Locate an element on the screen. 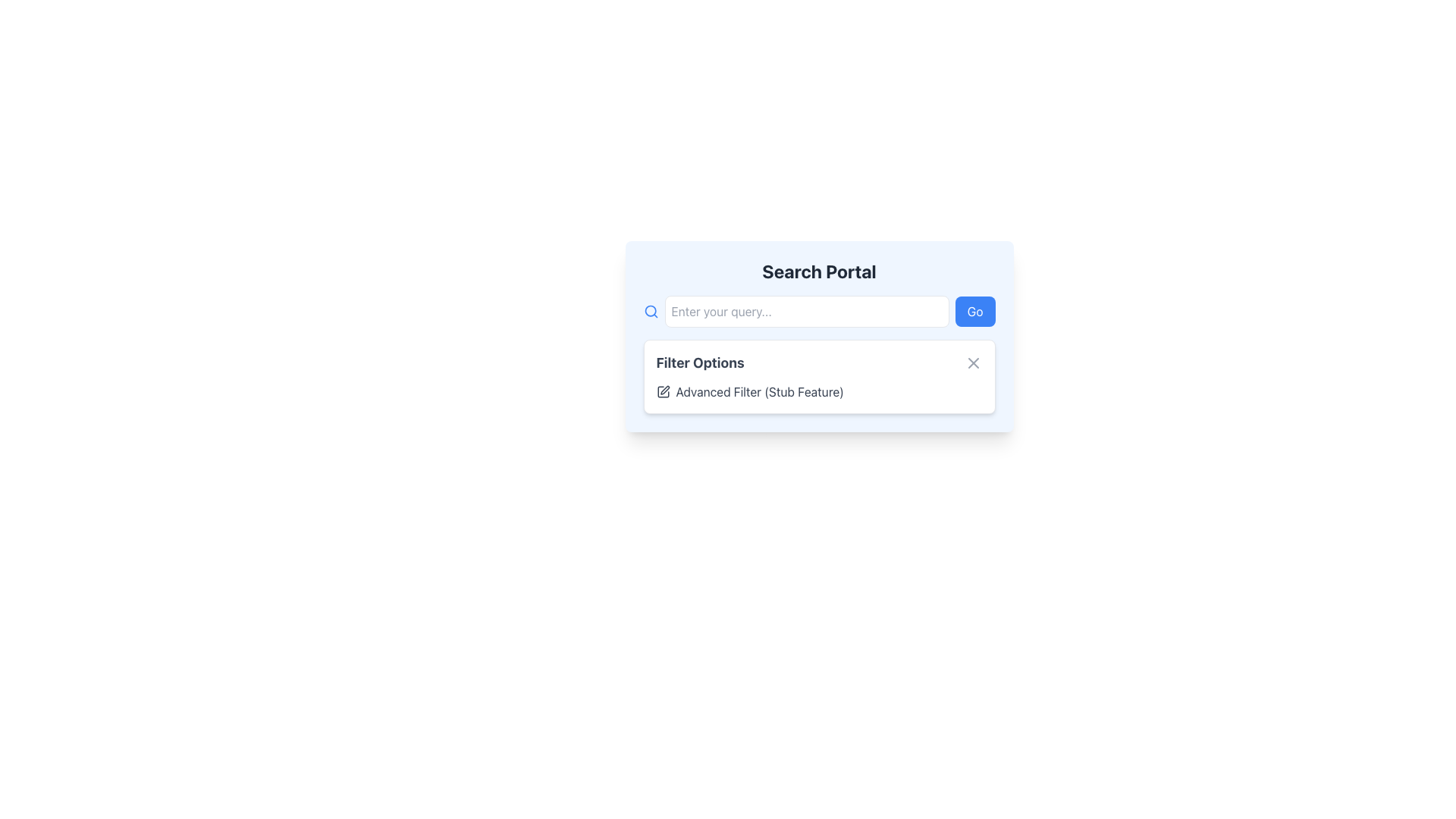 Image resolution: width=1456 pixels, height=819 pixels. the search button is located at coordinates (975, 311).